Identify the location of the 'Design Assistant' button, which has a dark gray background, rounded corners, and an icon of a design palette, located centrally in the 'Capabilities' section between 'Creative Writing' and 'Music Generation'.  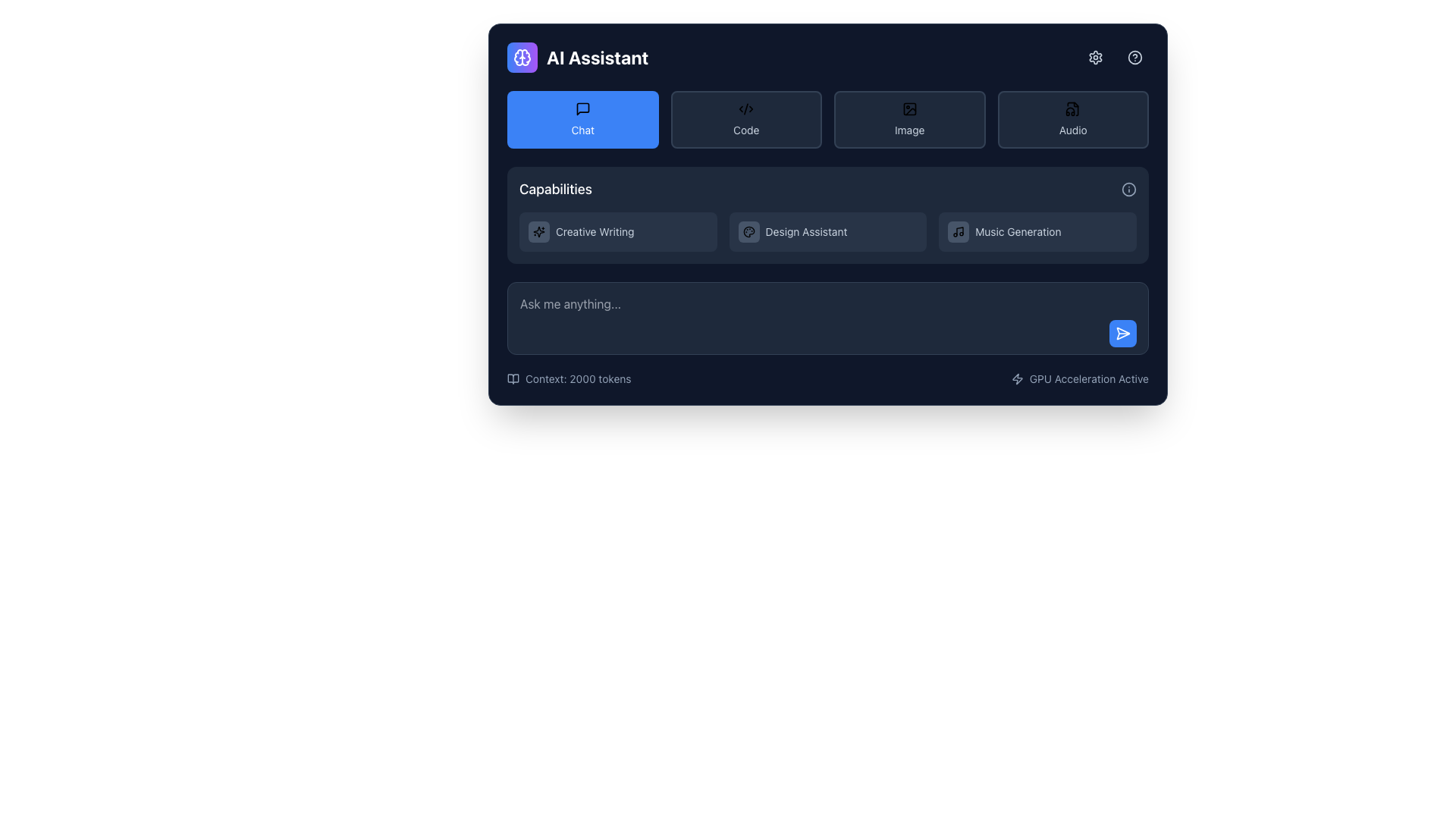
(827, 231).